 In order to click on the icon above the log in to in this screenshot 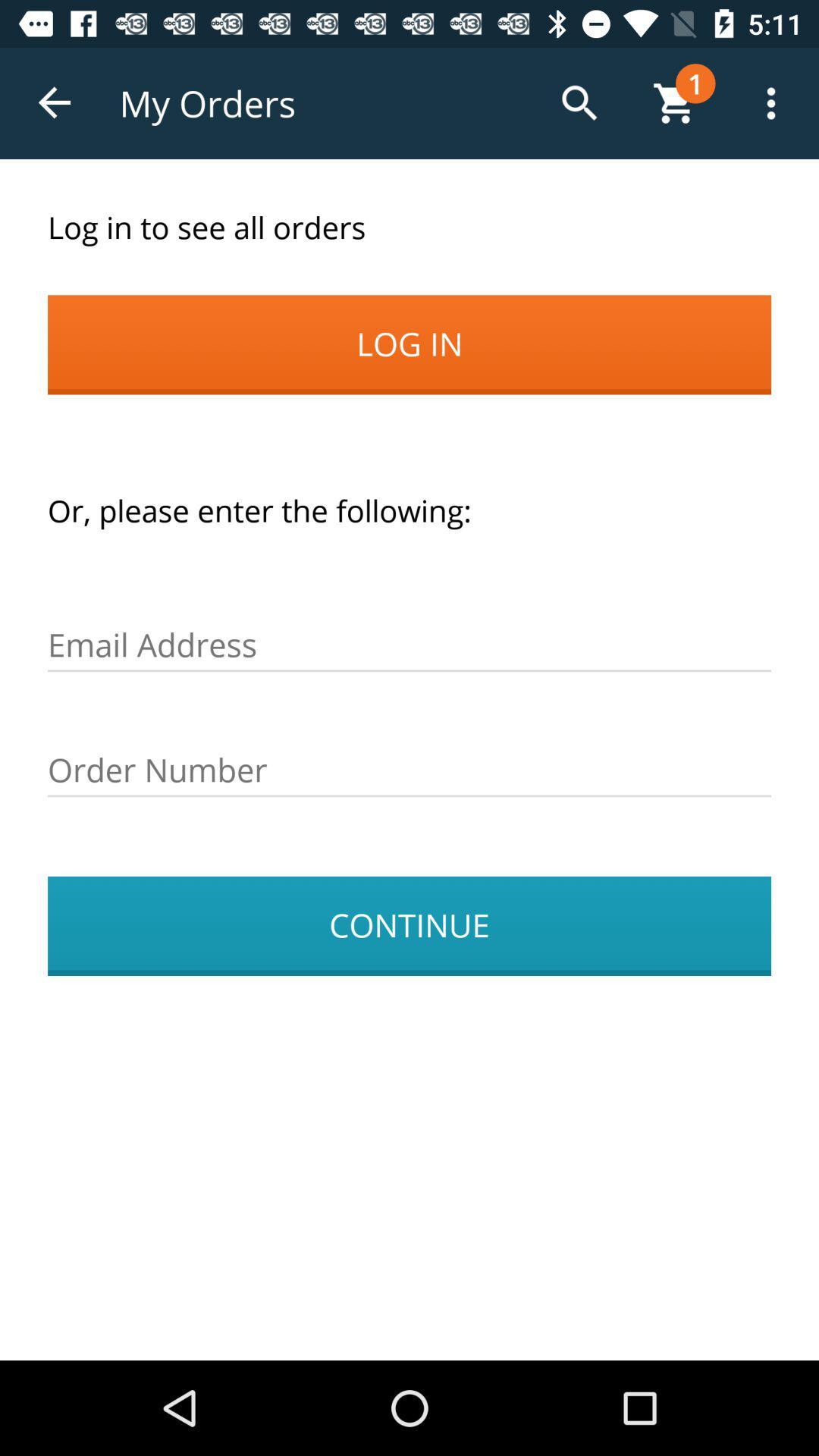, I will do `click(55, 102)`.